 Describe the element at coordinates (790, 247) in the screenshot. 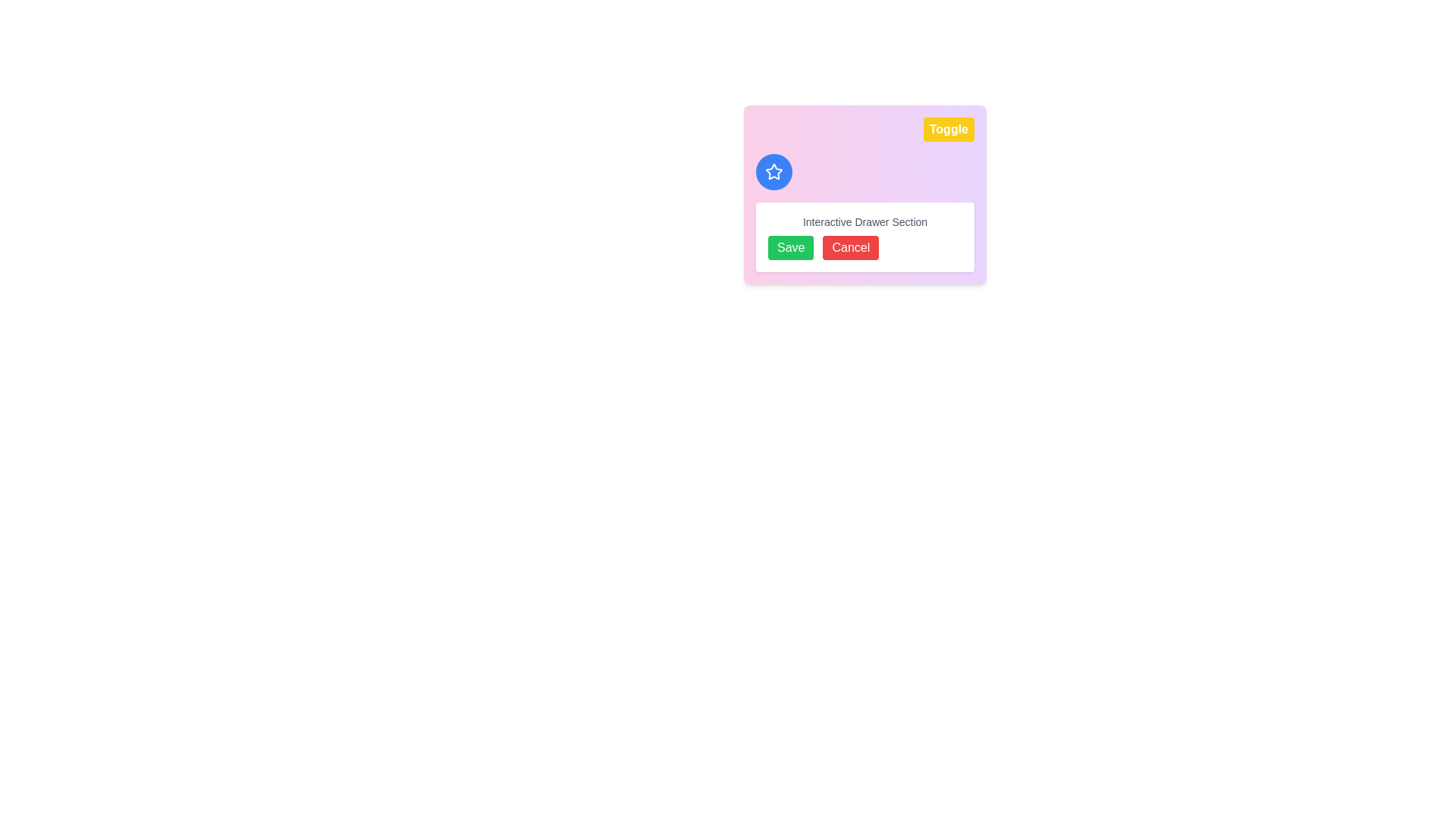

I see `the 'Save' button located at the bottom center of the visible card area to confirm or save changes` at that location.